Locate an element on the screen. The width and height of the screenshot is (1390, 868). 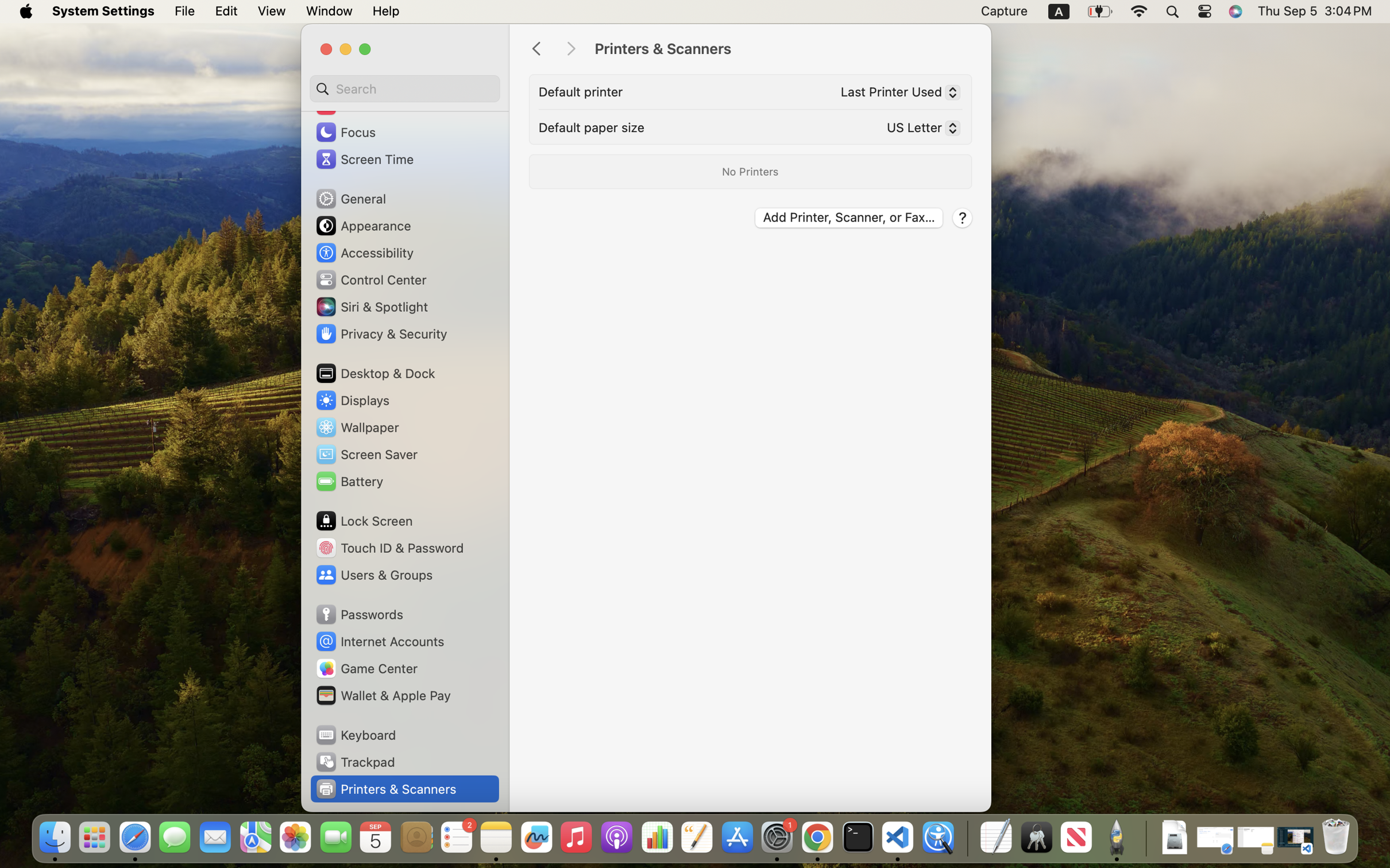
'Privacy & Security' is located at coordinates (380, 333).